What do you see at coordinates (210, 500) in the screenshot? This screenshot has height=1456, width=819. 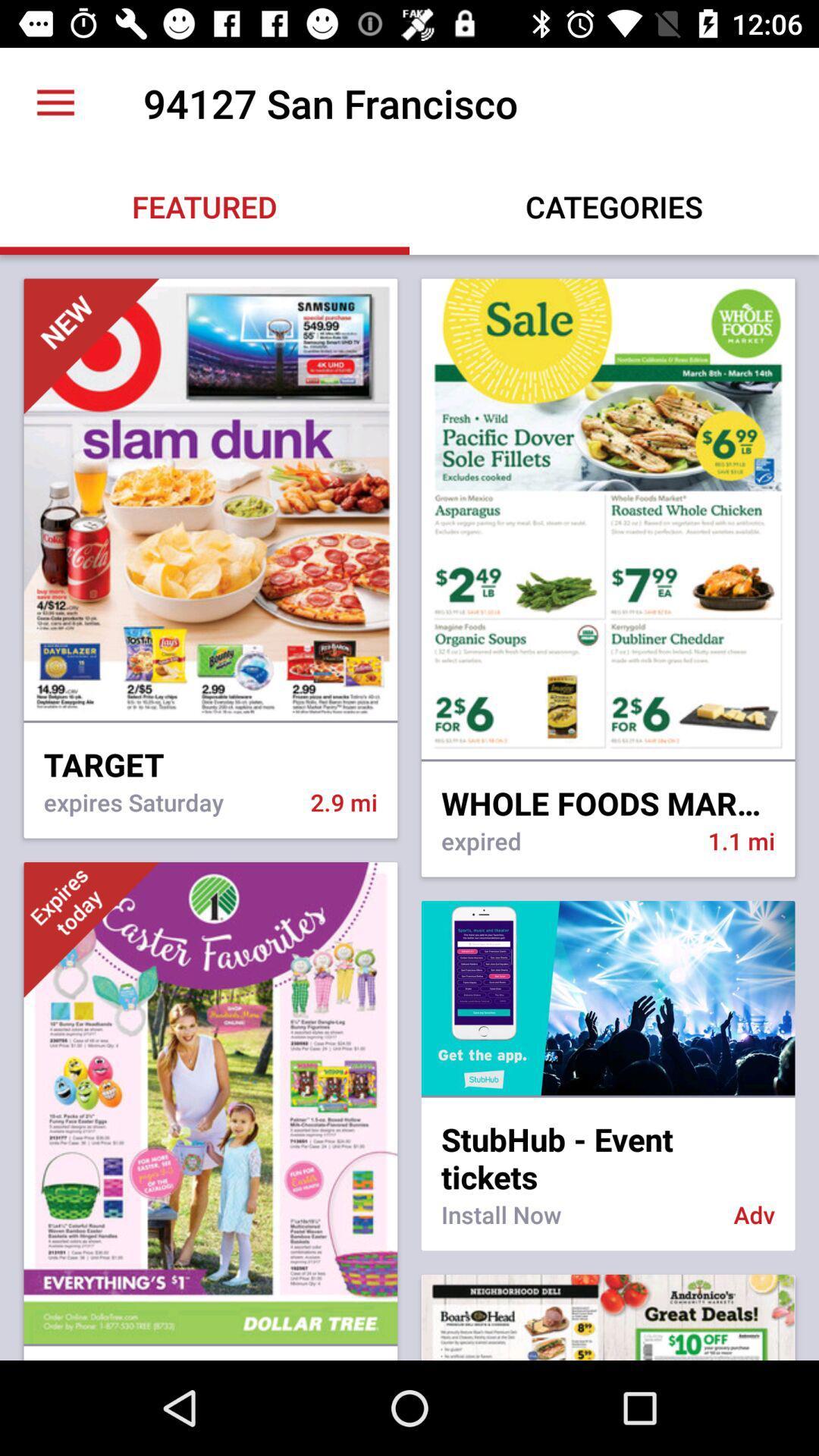 I see `the first image` at bounding box center [210, 500].